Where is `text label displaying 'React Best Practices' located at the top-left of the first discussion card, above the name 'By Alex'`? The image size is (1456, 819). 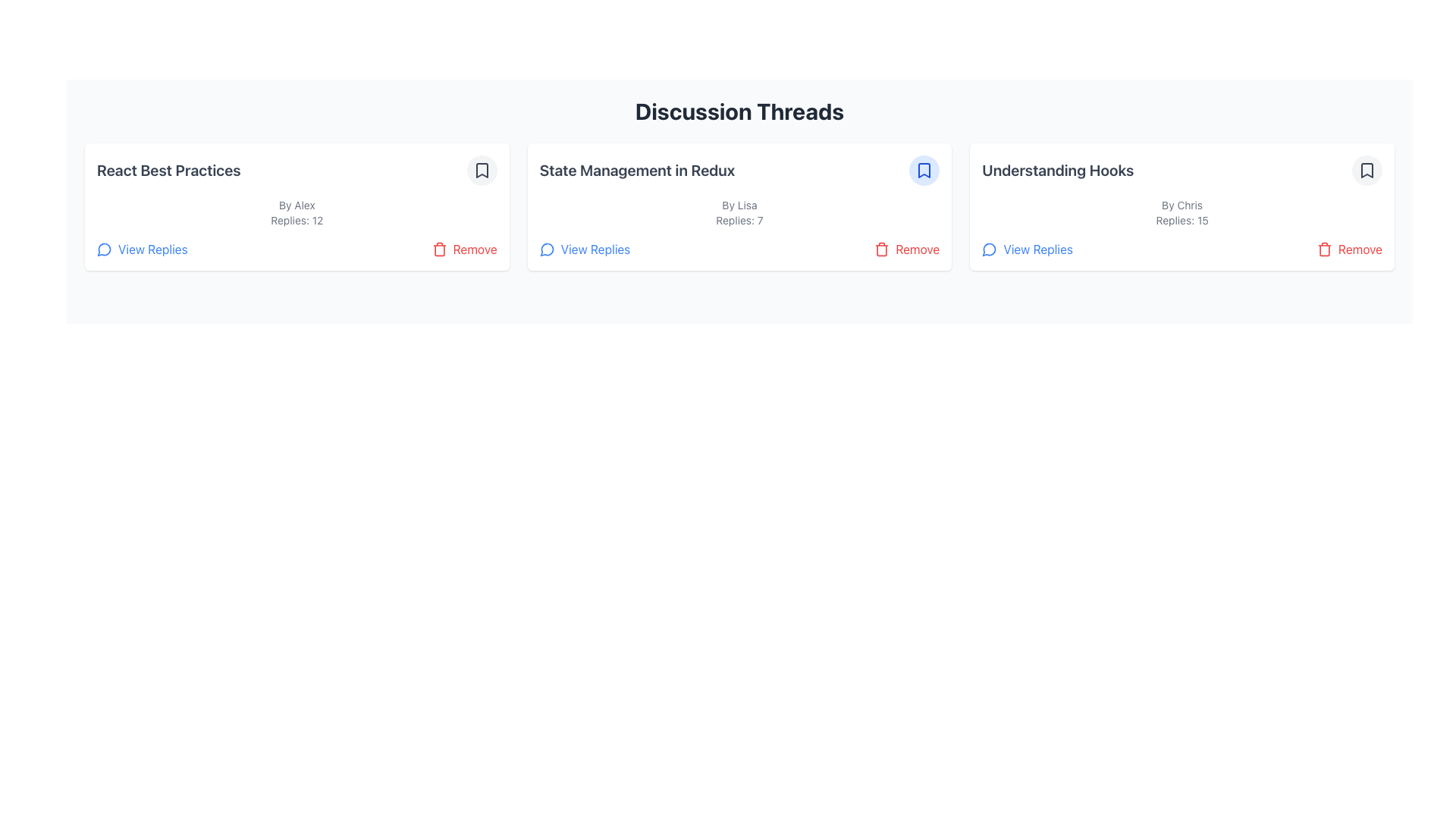 text label displaying 'React Best Practices' located at the top-left of the first discussion card, above the name 'By Alex' is located at coordinates (168, 170).